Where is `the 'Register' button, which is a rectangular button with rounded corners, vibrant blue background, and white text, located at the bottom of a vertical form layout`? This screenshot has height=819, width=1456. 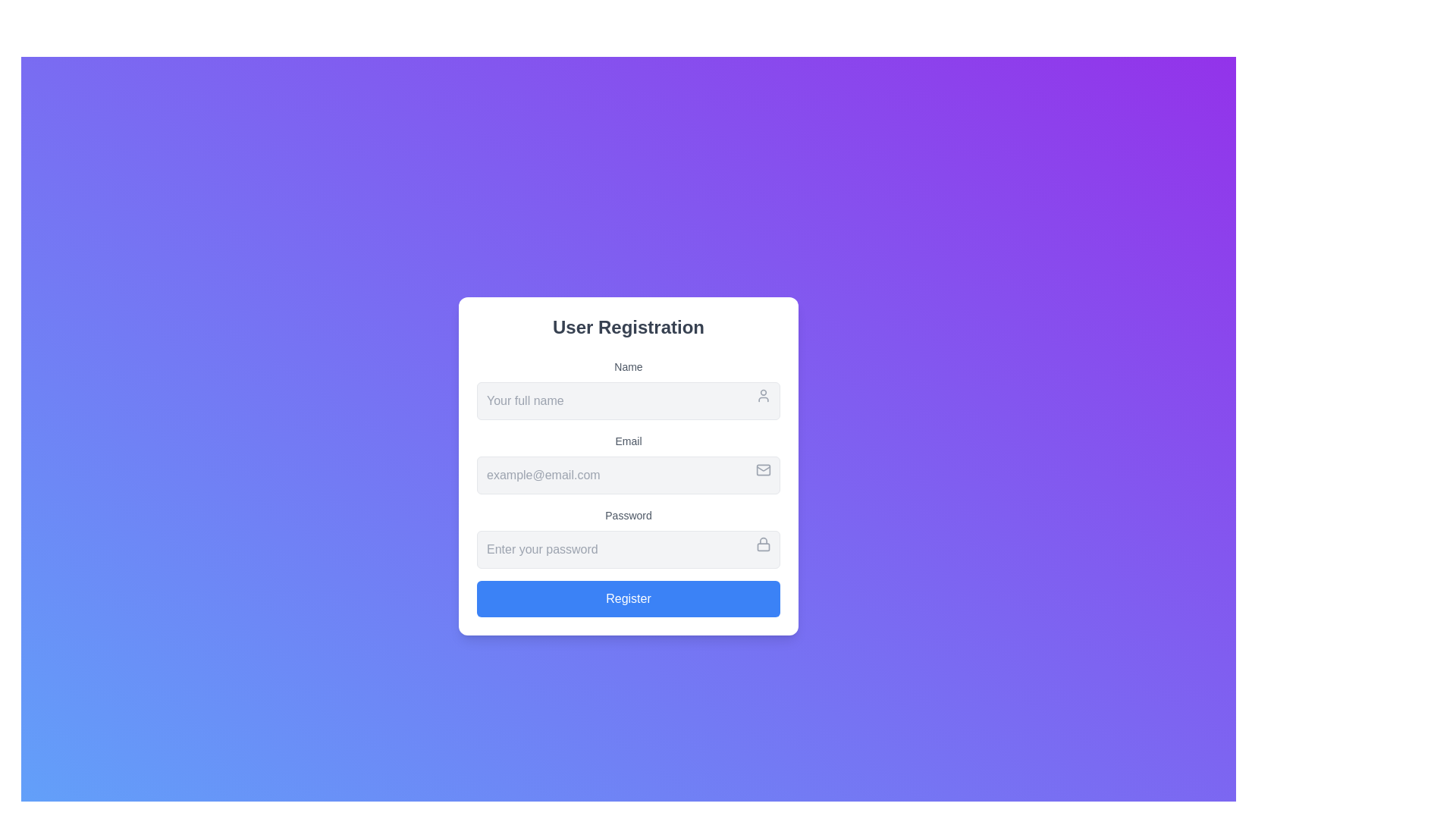 the 'Register' button, which is a rectangular button with rounded corners, vibrant blue background, and white text, located at the bottom of a vertical form layout is located at coordinates (629, 598).